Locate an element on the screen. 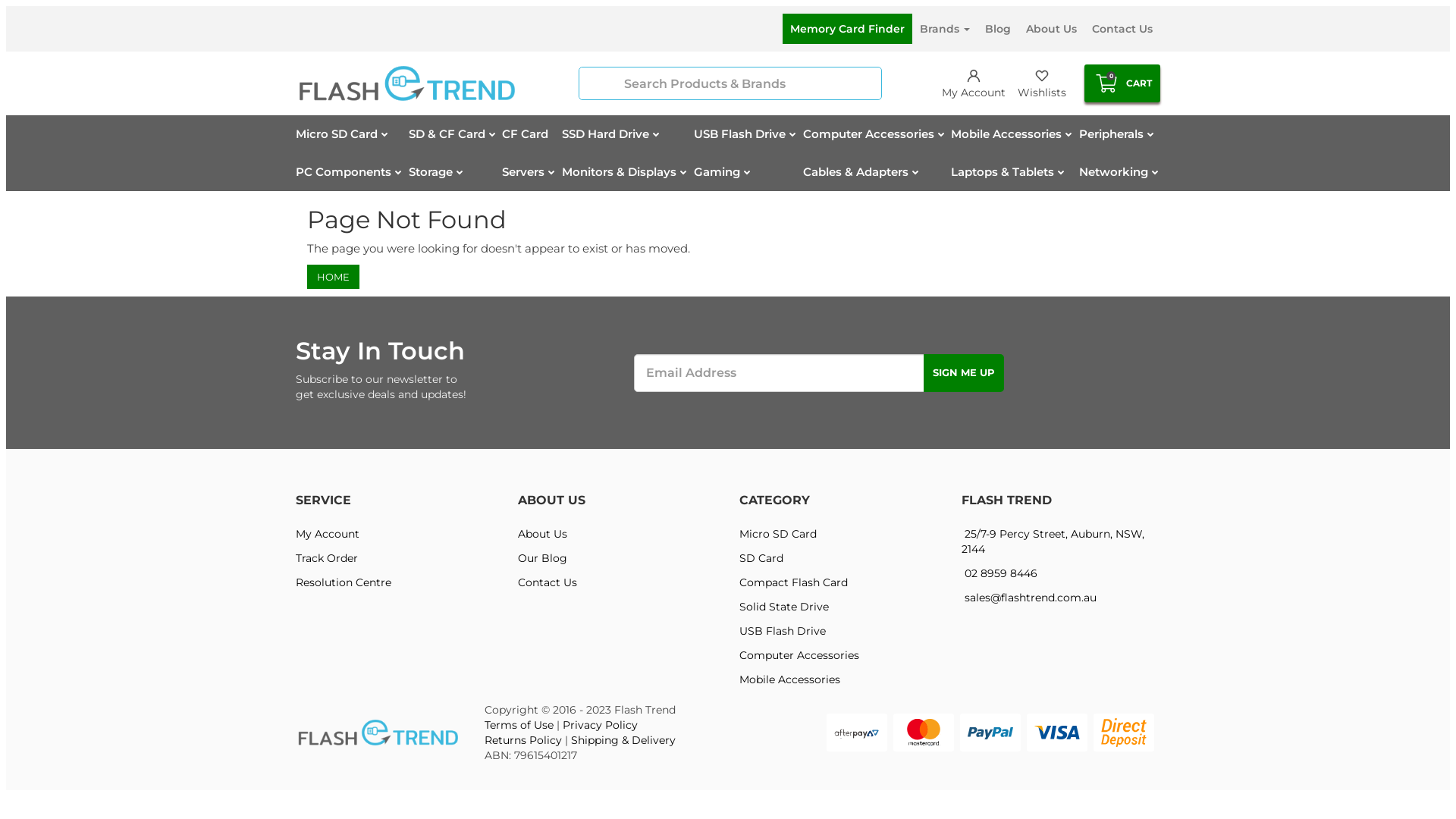 The image size is (1456, 819). 'Mobile Accessories' is located at coordinates (1012, 133).